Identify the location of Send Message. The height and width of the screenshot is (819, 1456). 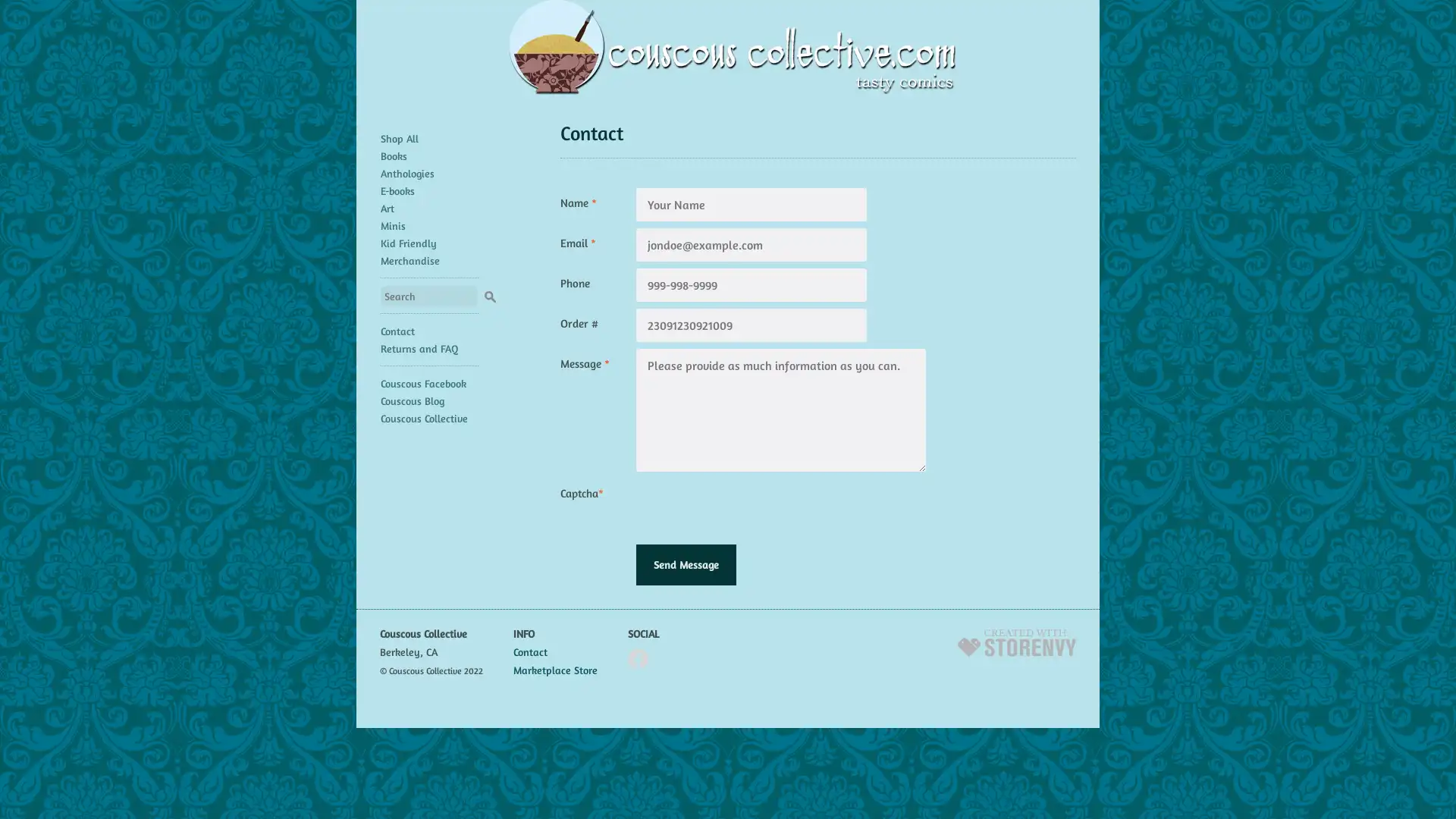
(684, 564).